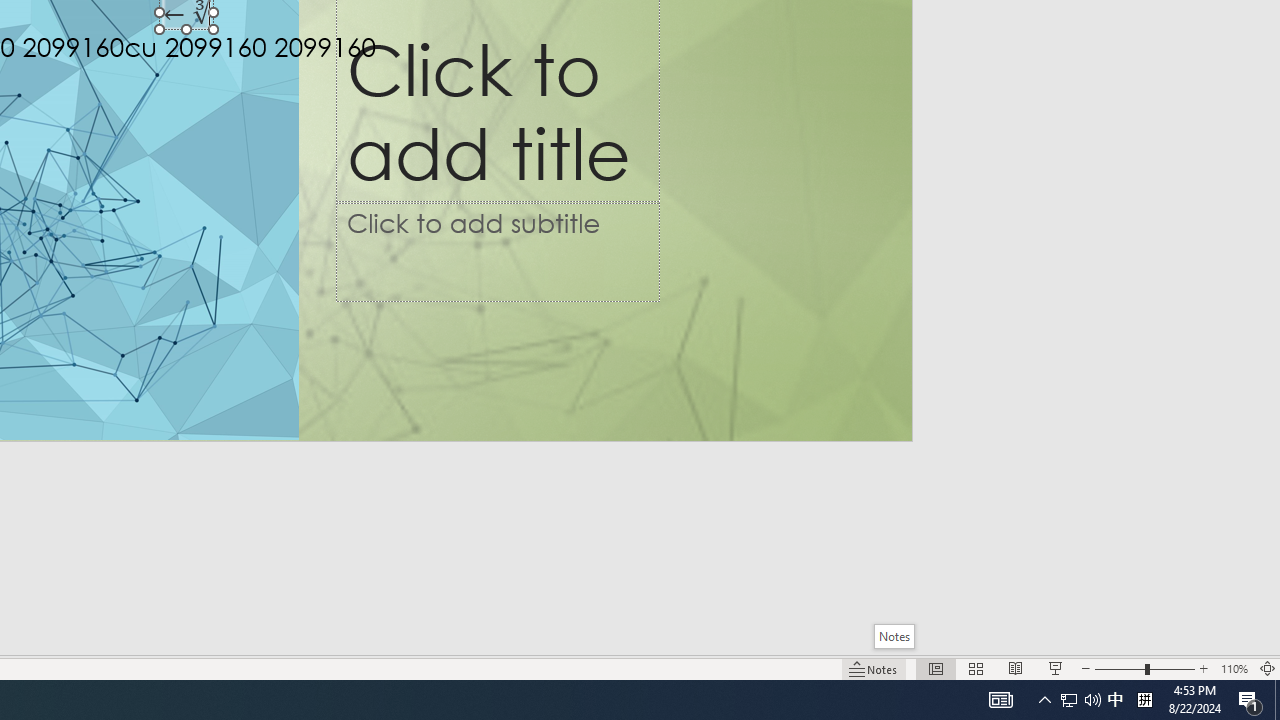 The width and height of the screenshot is (1280, 720). I want to click on 'Zoom 110%', so click(1233, 669).